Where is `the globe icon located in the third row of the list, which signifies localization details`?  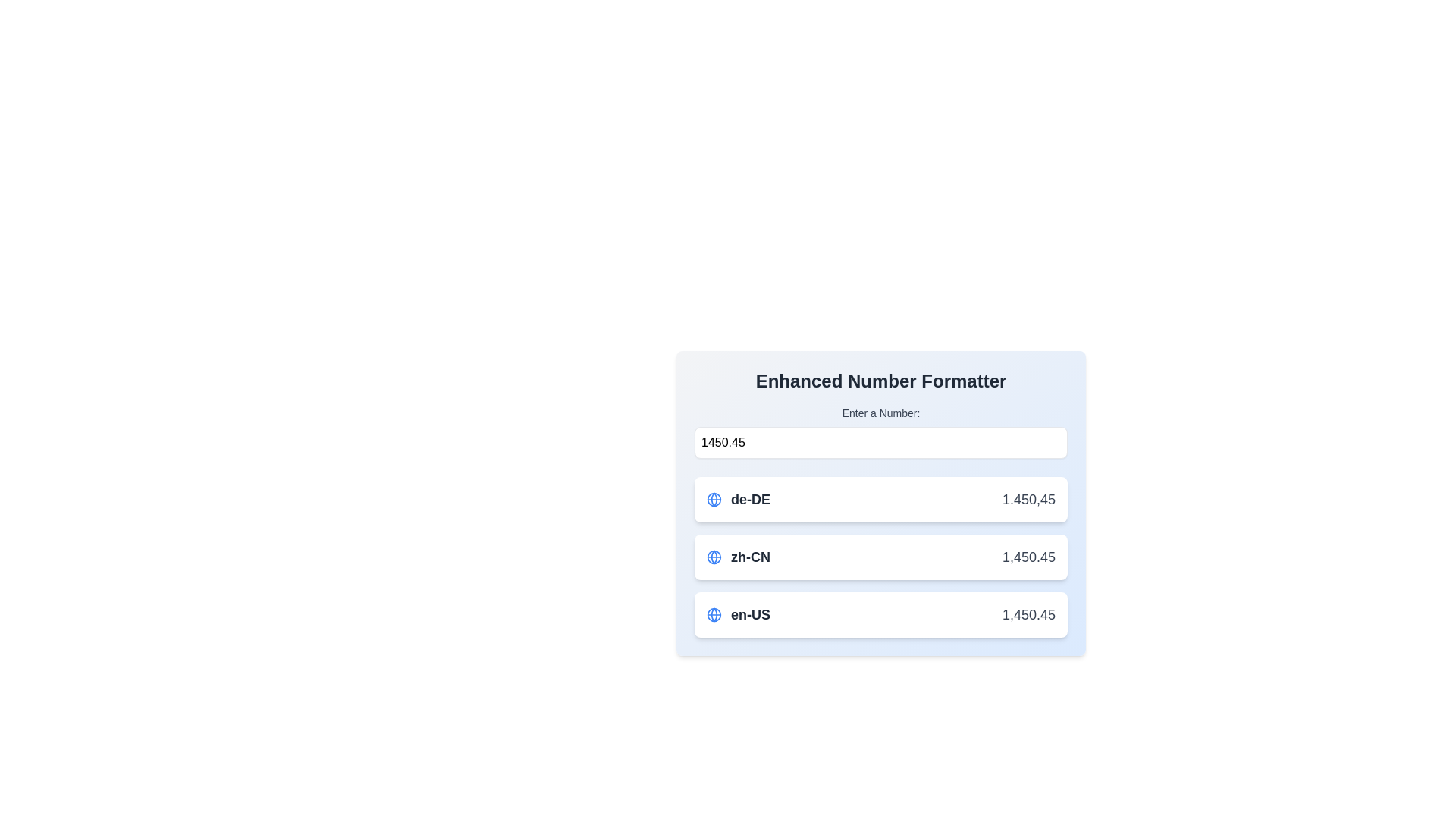
the globe icon located in the third row of the list, which signifies localization details is located at coordinates (713, 614).